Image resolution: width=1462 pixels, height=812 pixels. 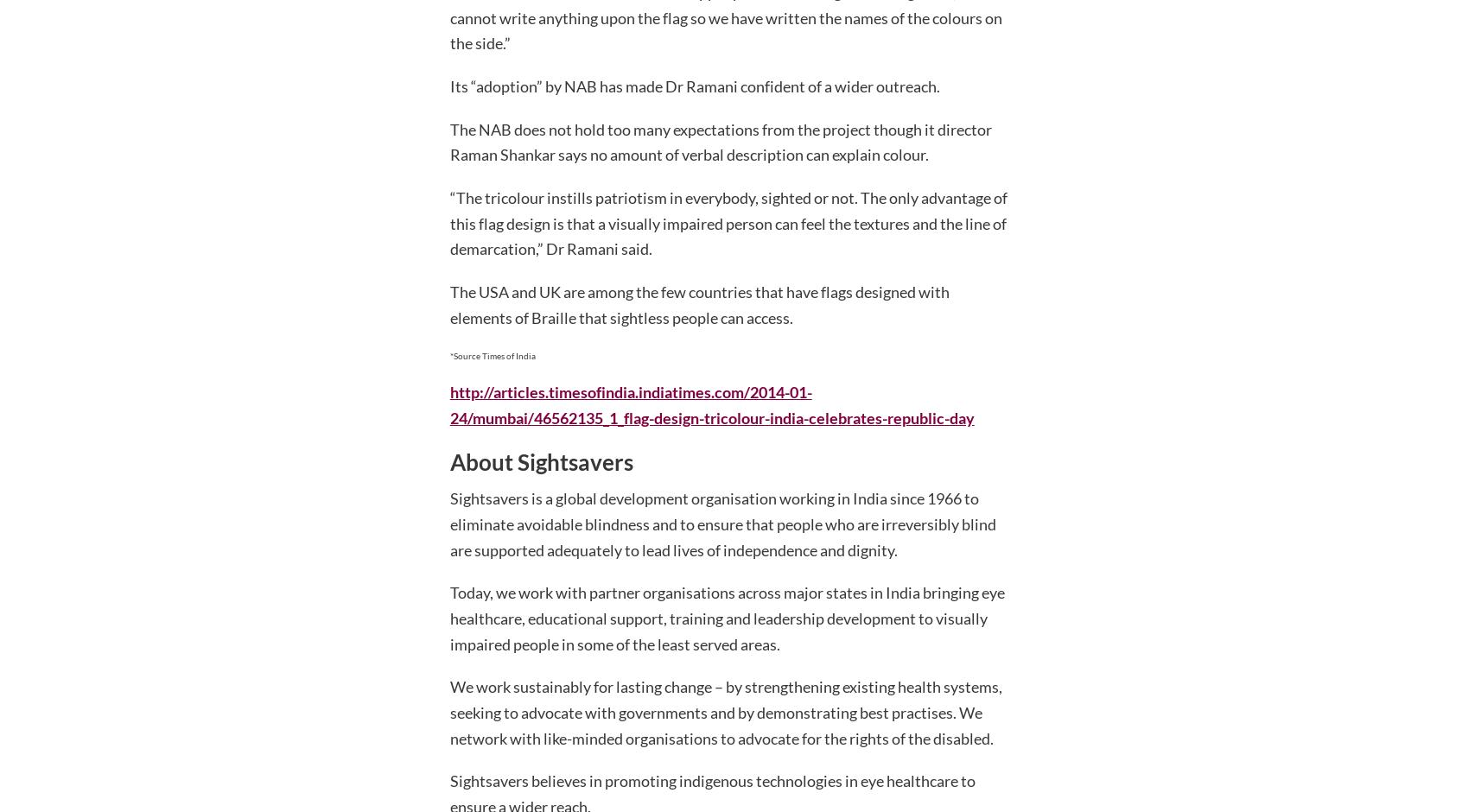 I want to click on 'Its “adoption” by NAB has made Dr Ramani confident of a wider outreach.', so click(x=694, y=86).